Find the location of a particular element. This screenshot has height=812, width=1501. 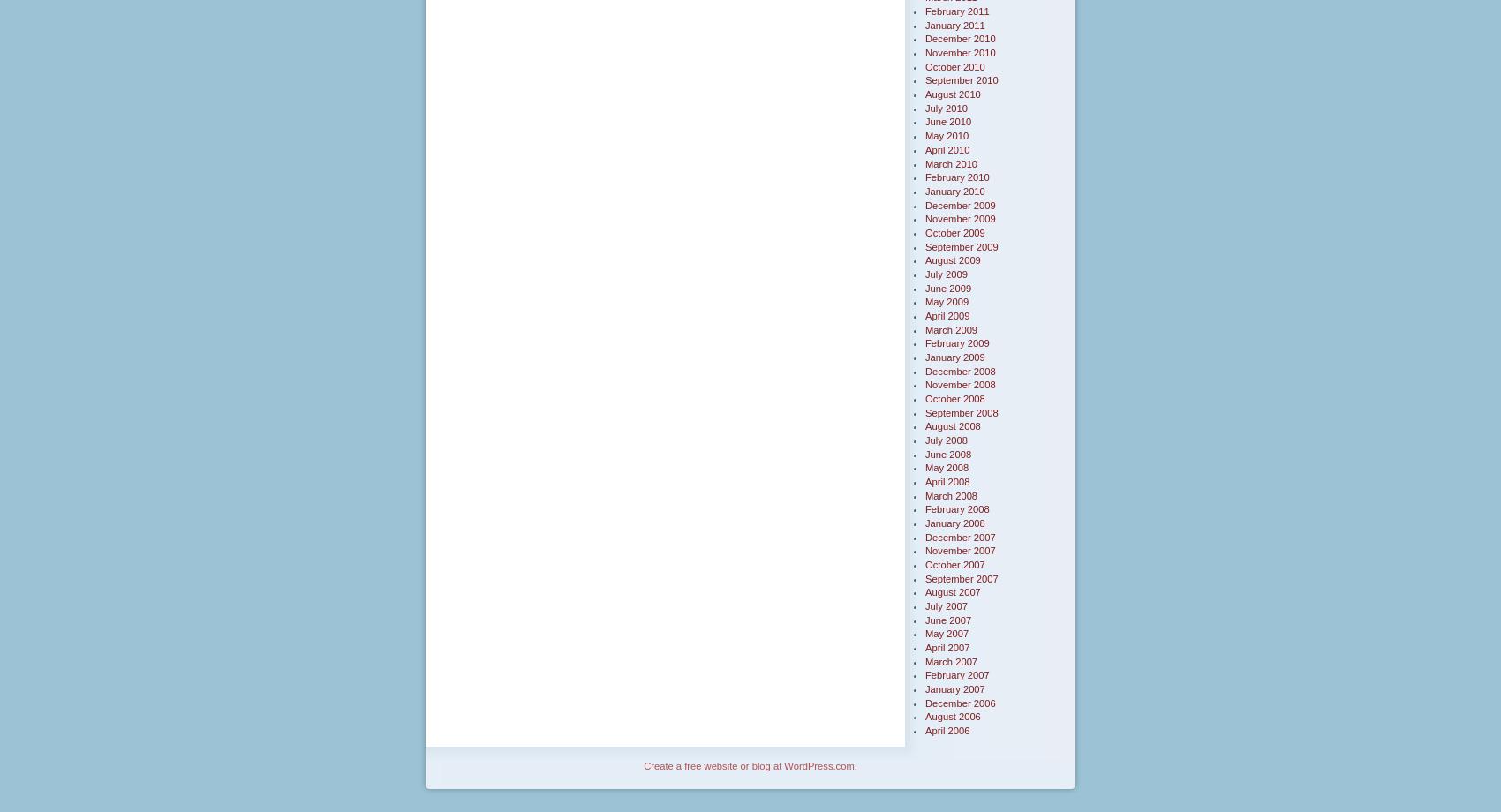

'September 2007' is located at coordinates (924, 577).